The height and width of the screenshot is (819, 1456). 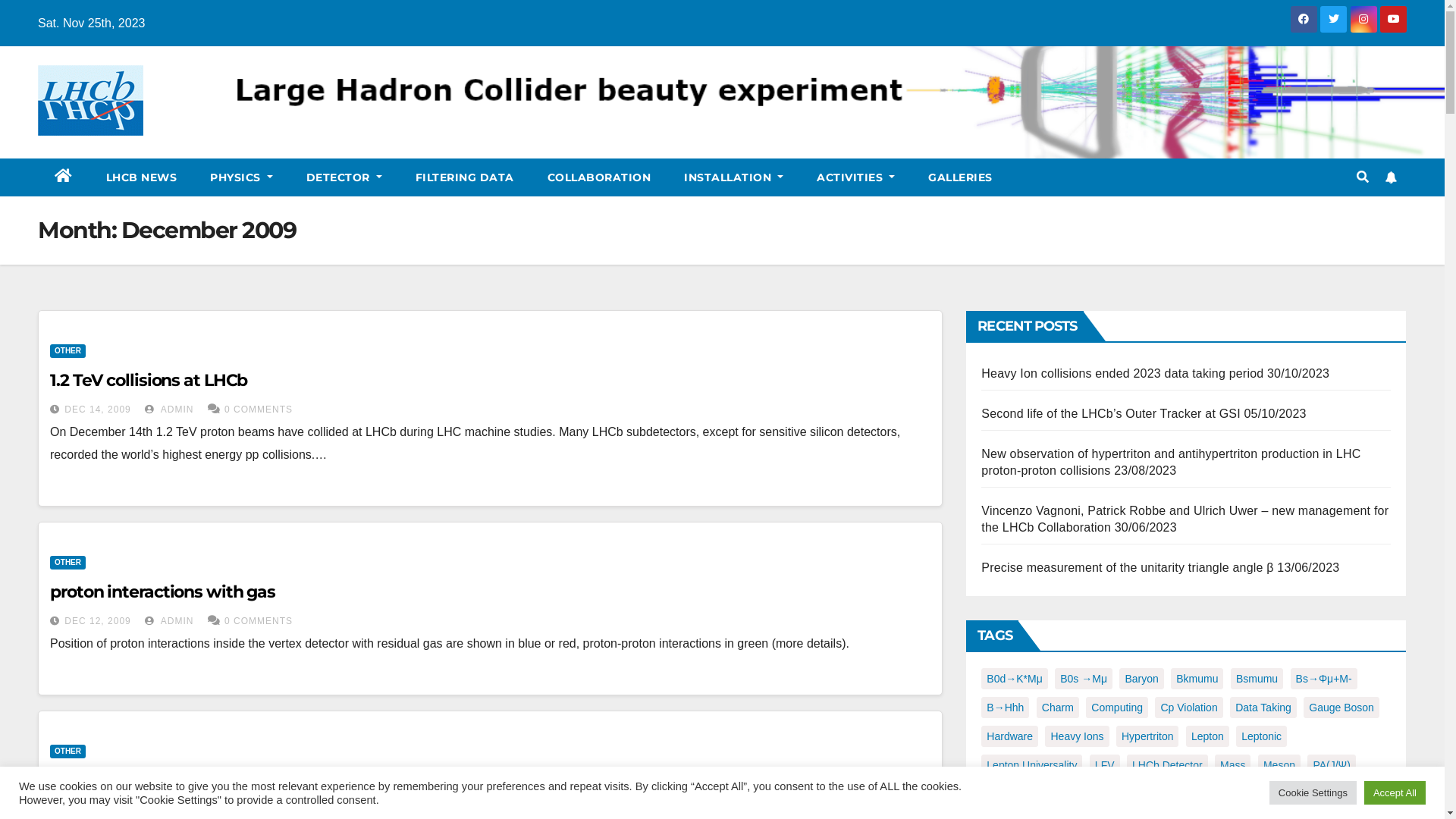 What do you see at coordinates (1232, 765) in the screenshot?
I see `'Mass'` at bounding box center [1232, 765].